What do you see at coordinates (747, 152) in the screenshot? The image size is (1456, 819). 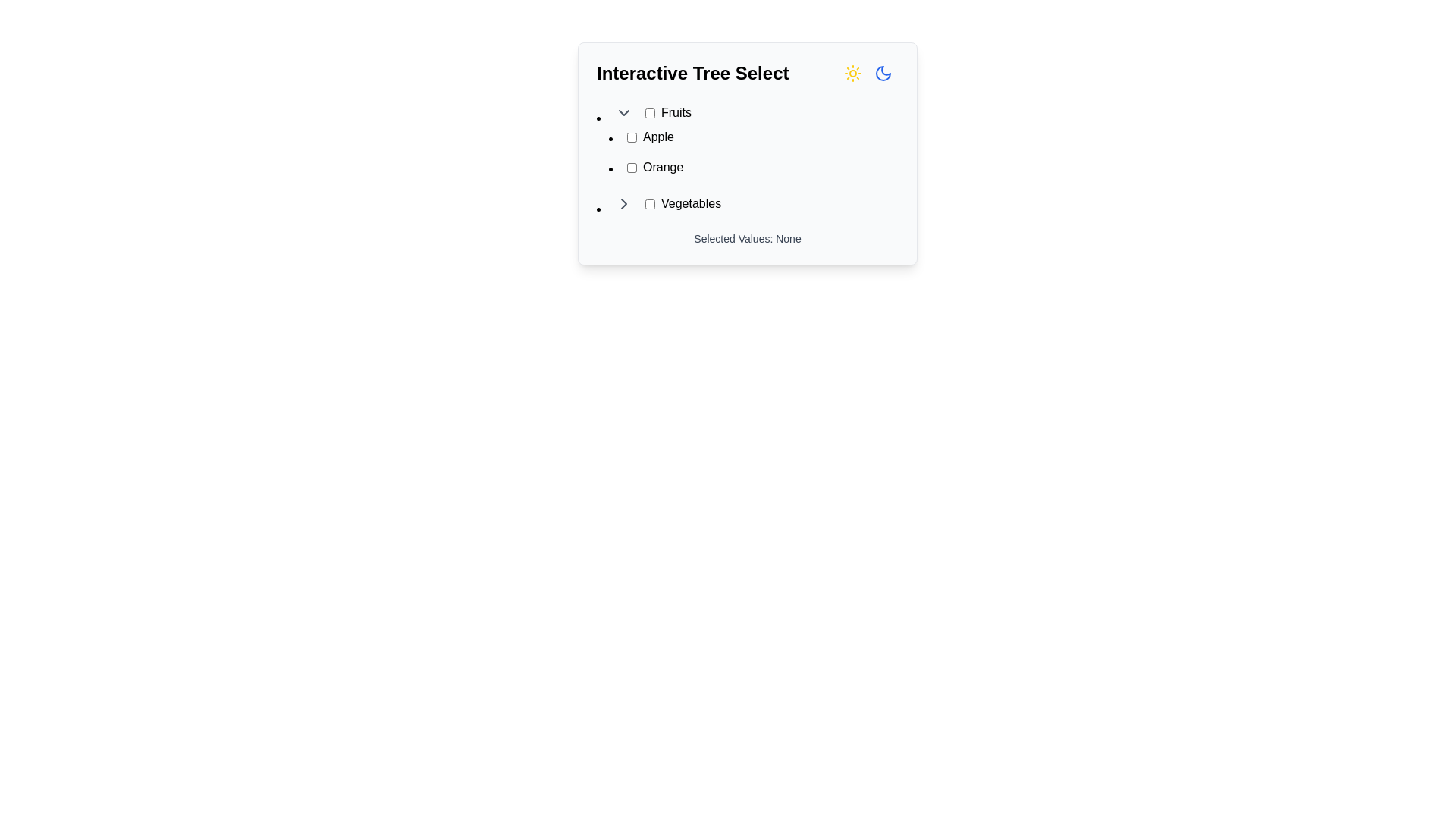 I see `or deselect the checkbox for the 'Apple' or 'Orange' item in the Tree select sublist located under the 'Fruits' label` at bounding box center [747, 152].